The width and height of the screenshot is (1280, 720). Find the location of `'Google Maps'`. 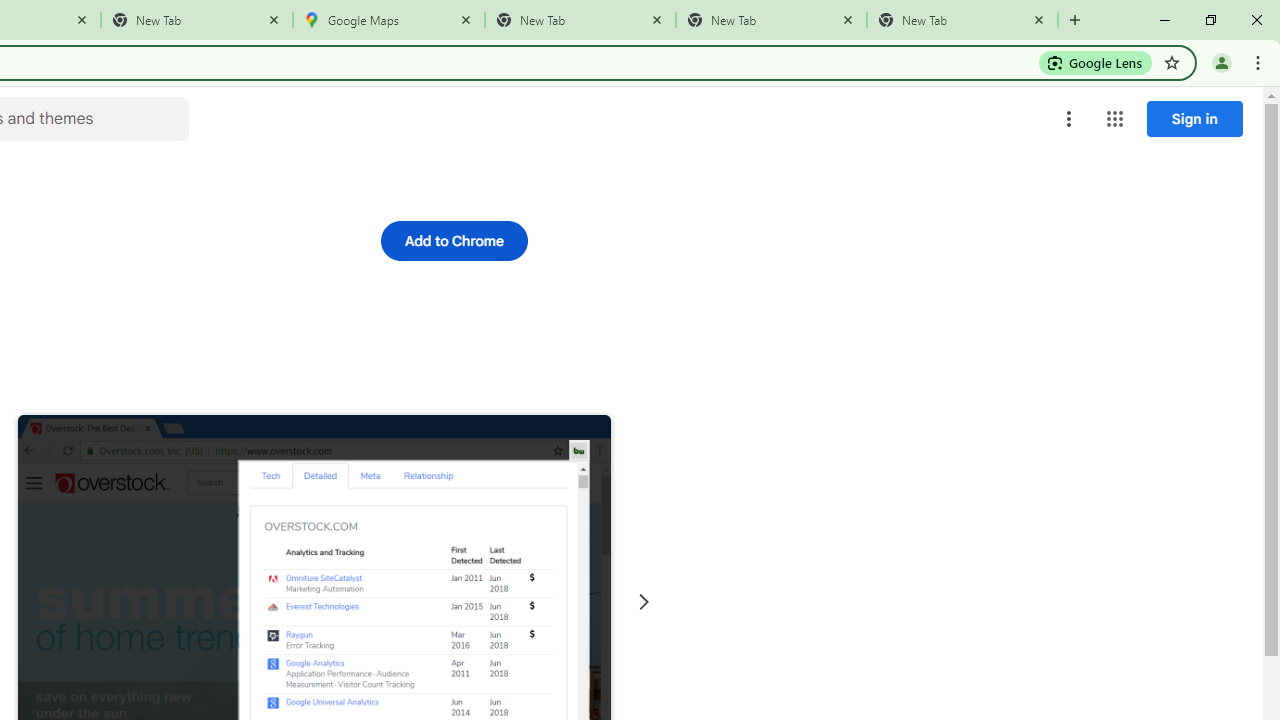

'Google Maps' is located at coordinates (389, 20).